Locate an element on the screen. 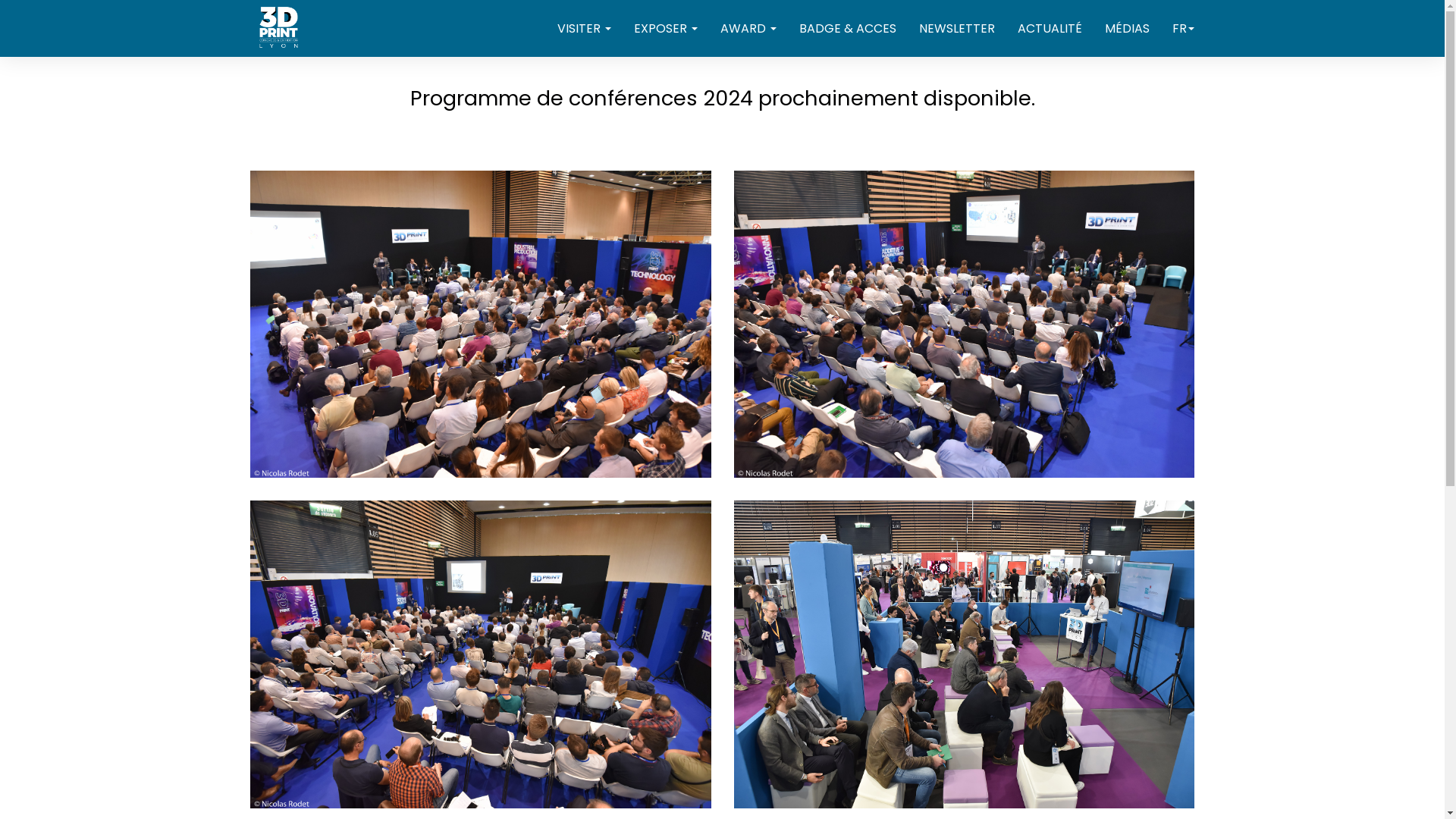  'EXPOSER' is located at coordinates (666, 29).